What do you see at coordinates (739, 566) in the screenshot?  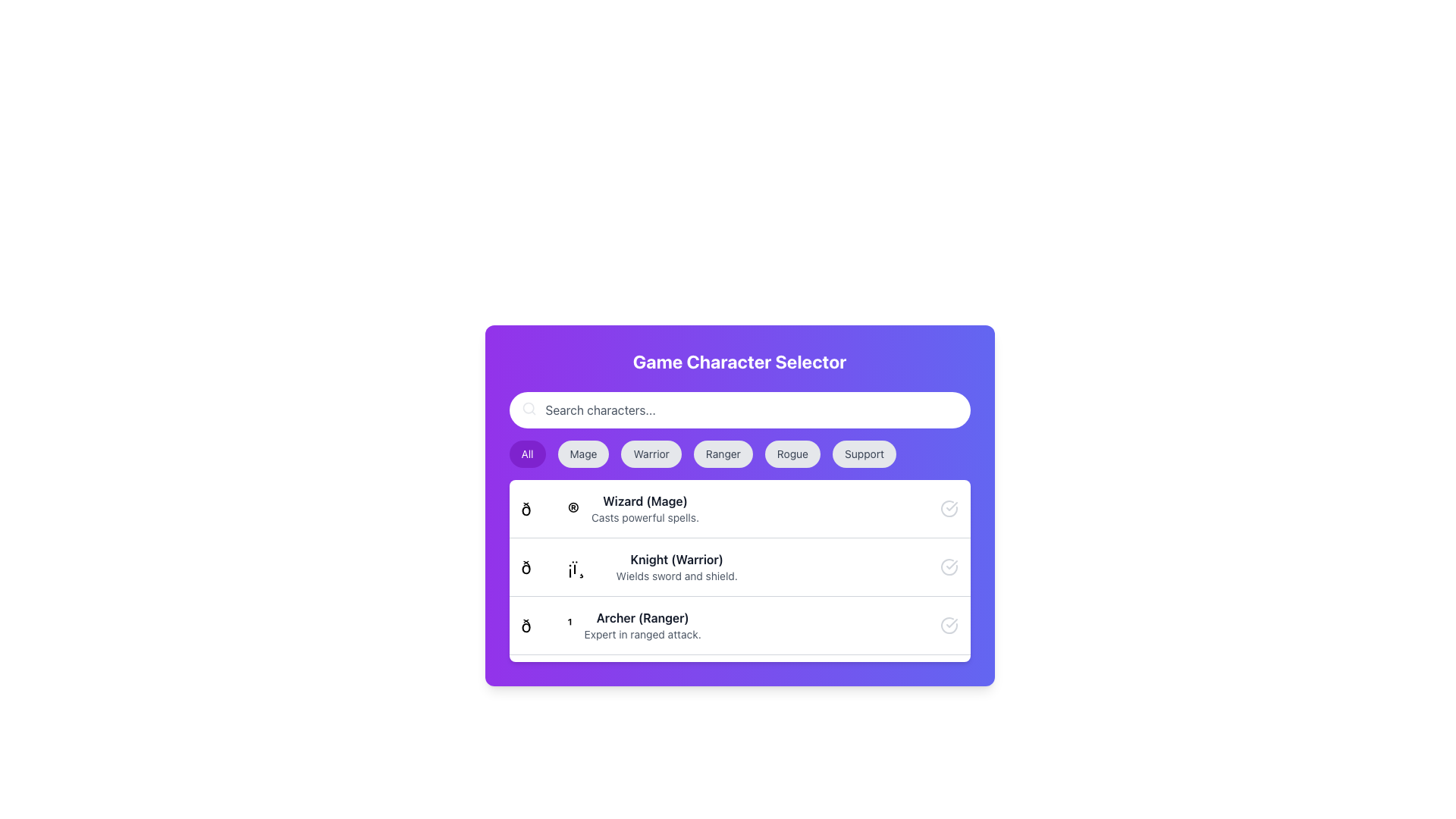 I see `the second list item` at bounding box center [739, 566].